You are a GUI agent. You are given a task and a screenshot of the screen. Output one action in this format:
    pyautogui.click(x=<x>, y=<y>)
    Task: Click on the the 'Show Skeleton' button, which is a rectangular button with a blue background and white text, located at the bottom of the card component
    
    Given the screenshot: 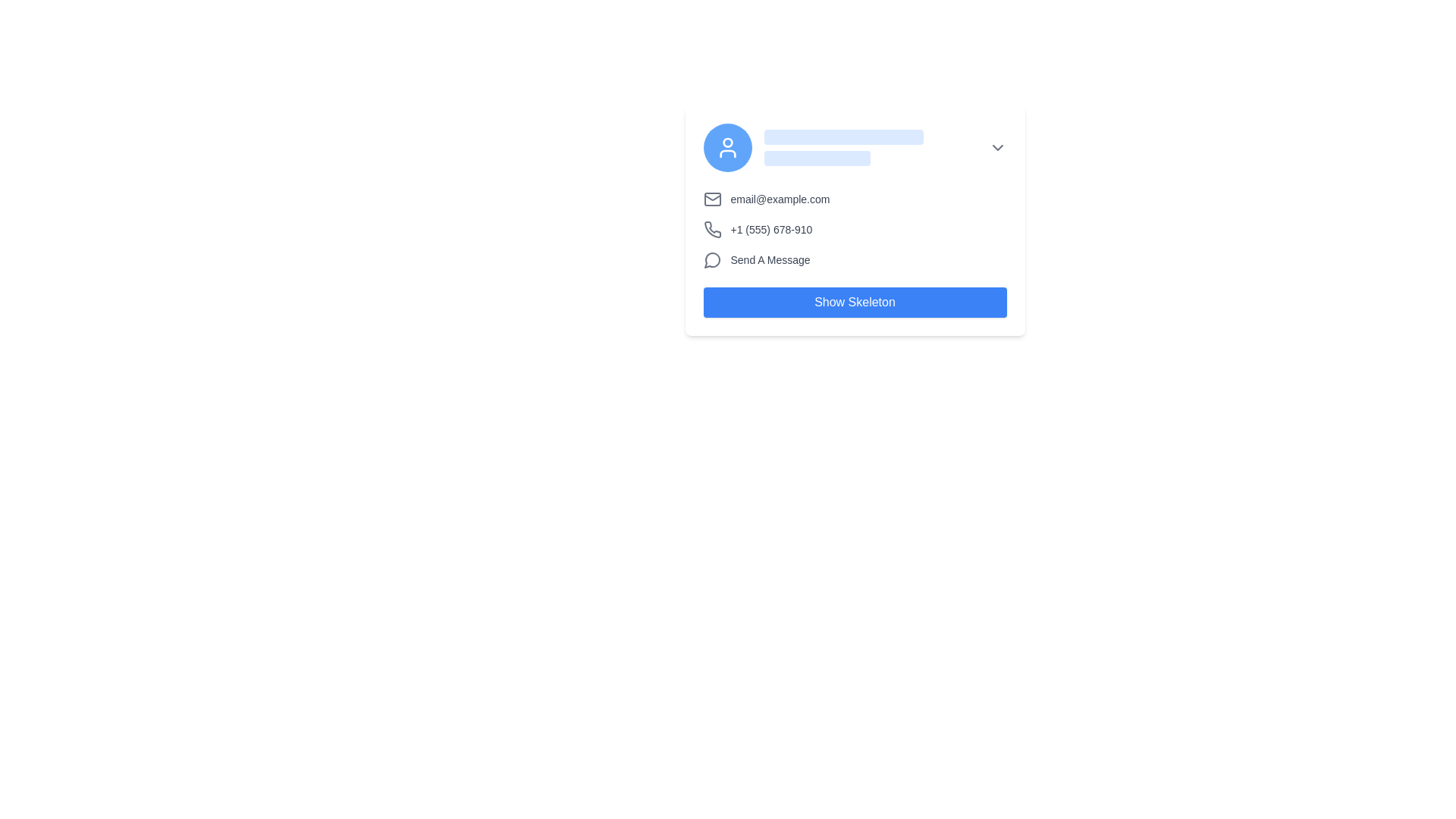 What is the action you would take?
    pyautogui.click(x=855, y=302)
    